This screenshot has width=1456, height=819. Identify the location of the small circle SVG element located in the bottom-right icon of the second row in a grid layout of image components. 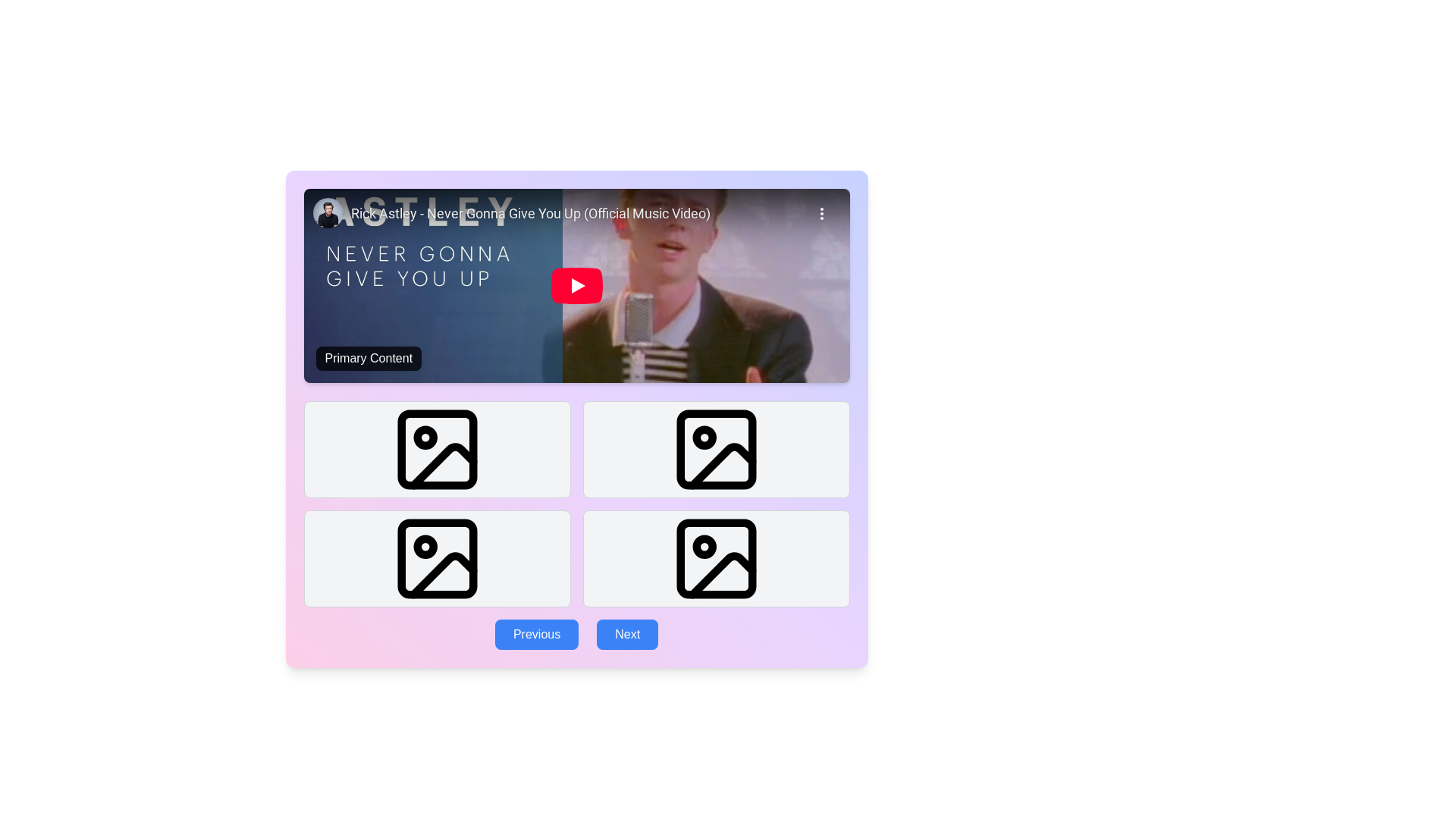
(703, 547).